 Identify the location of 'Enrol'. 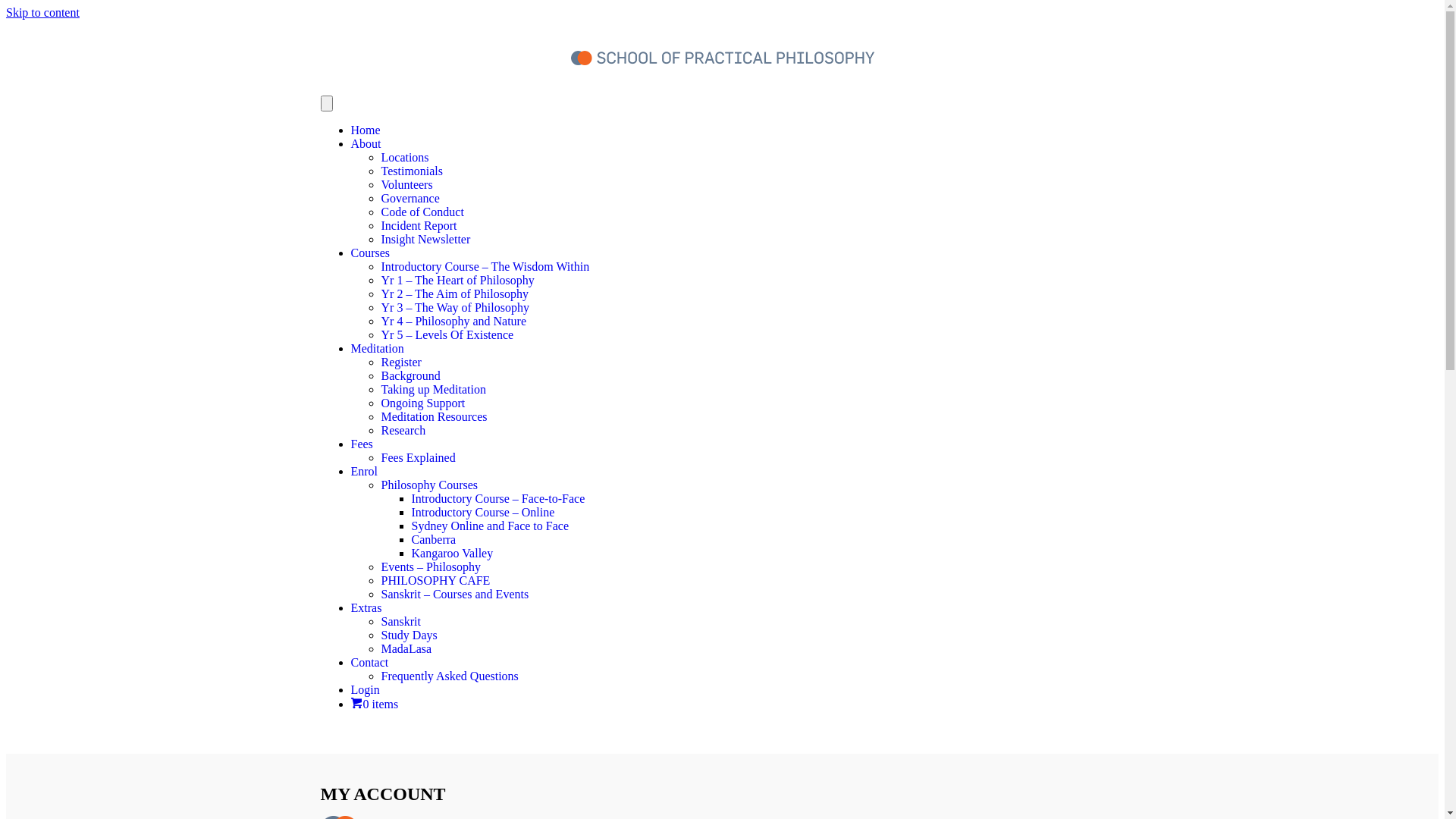
(364, 470).